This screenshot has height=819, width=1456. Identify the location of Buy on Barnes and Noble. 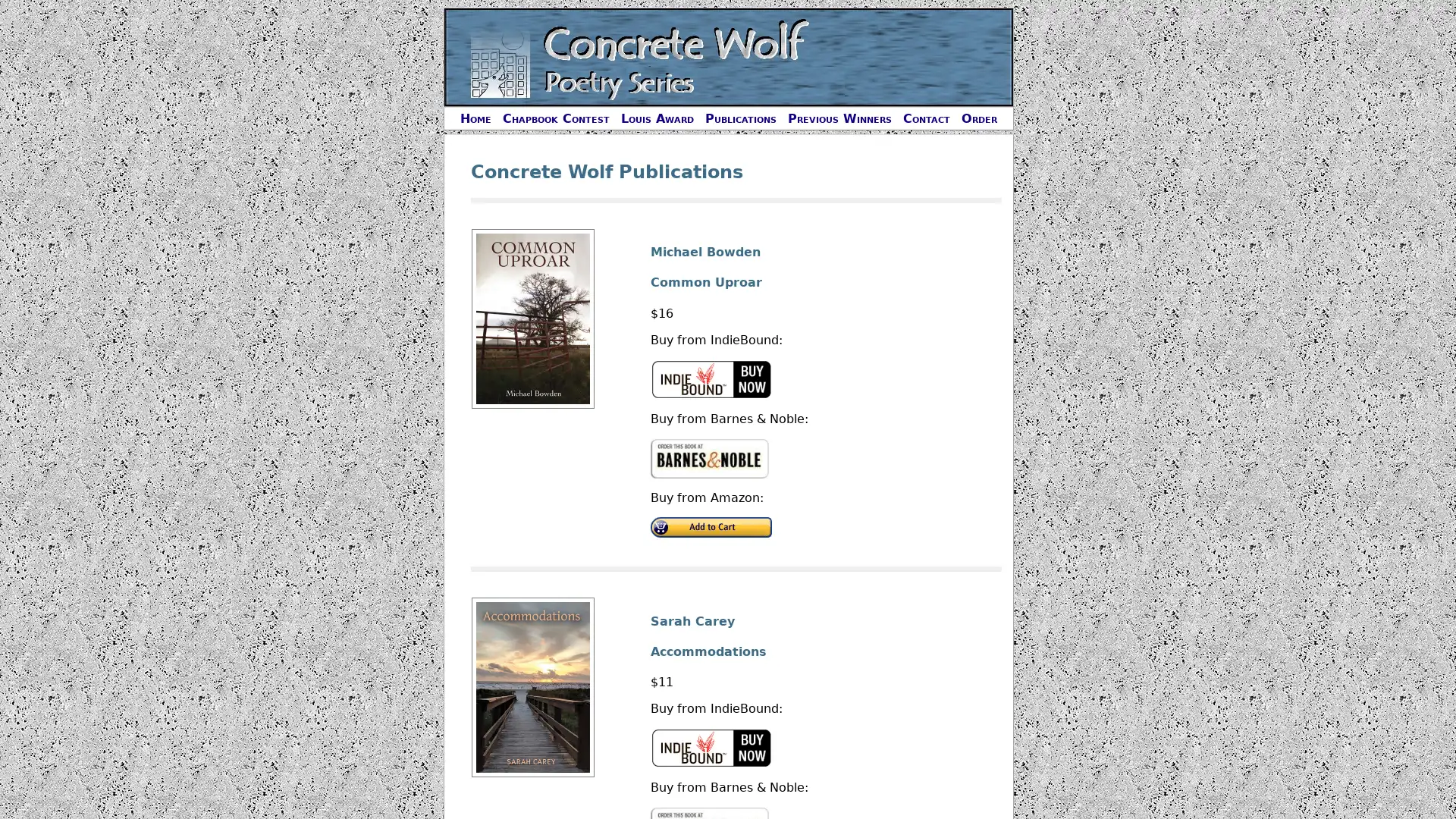
(710, 457).